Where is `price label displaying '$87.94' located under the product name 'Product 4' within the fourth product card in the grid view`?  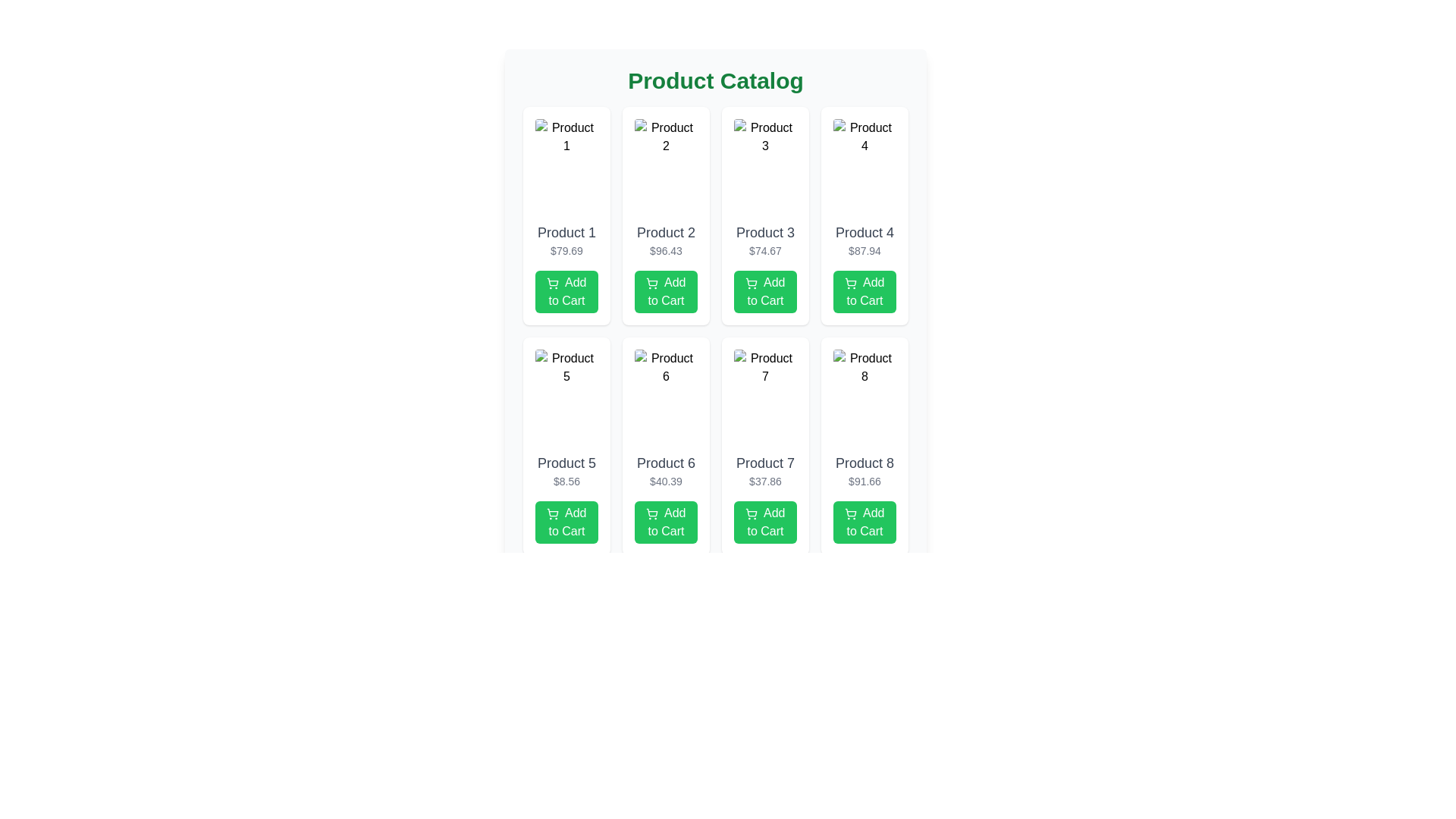 price label displaying '$87.94' located under the product name 'Product 4' within the fourth product card in the grid view is located at coordinates (864, 250).